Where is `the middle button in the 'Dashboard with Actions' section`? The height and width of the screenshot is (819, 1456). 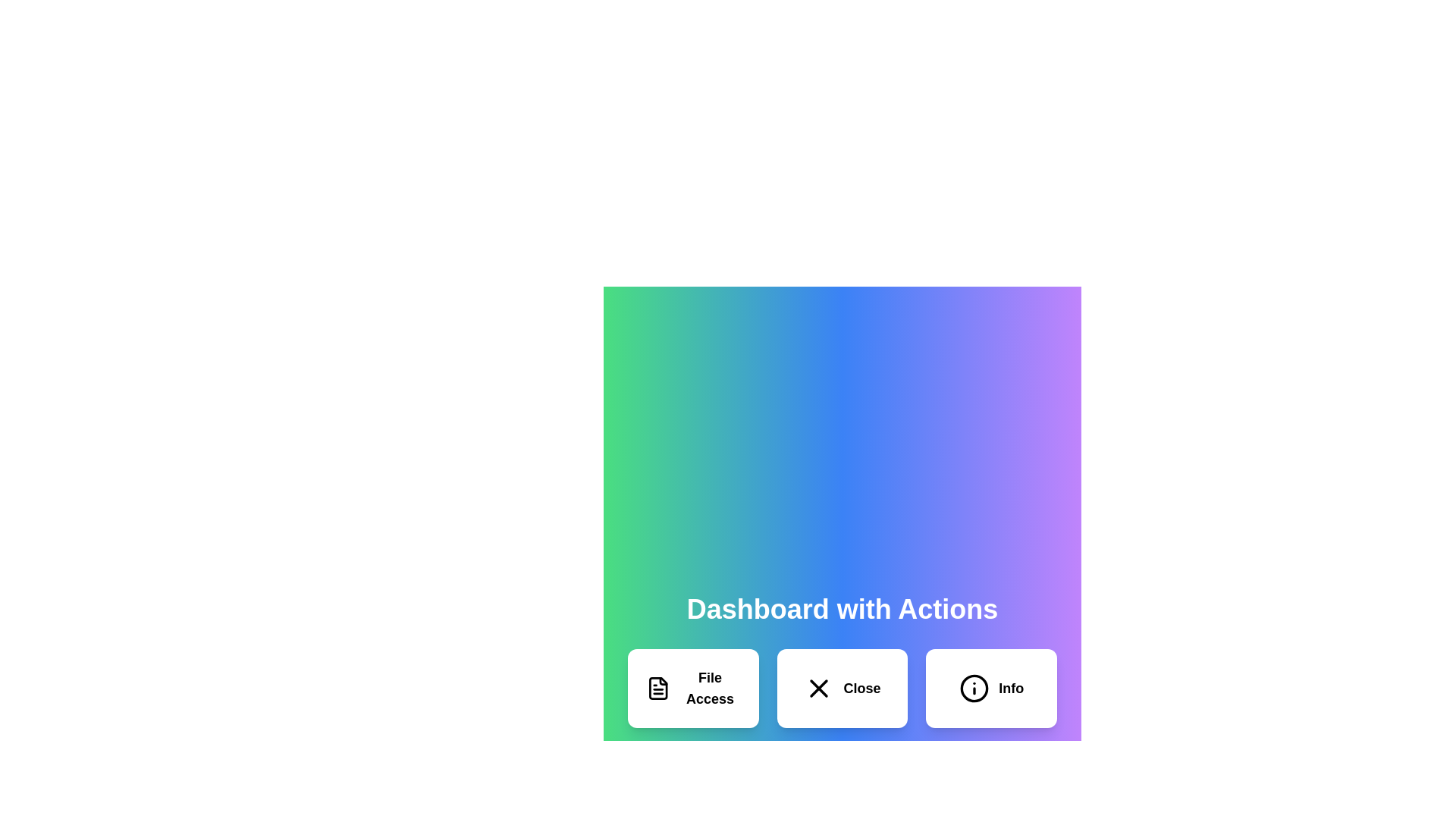 the middle button in the 'Dashboard with Actions' section is located at coordinates (841, 688).